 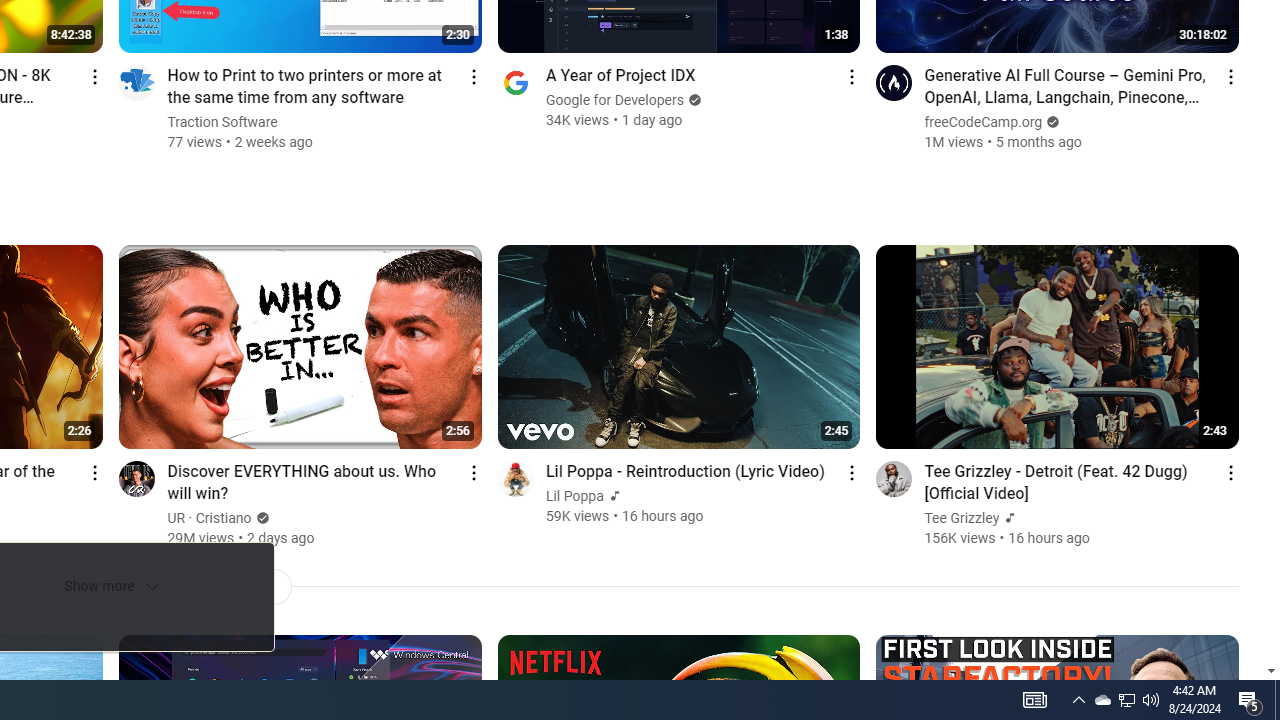 What do you see at coordinates (574, 495) in the screenshot?
I see `'Lil Poppa'` at bounding box center [574, 495].